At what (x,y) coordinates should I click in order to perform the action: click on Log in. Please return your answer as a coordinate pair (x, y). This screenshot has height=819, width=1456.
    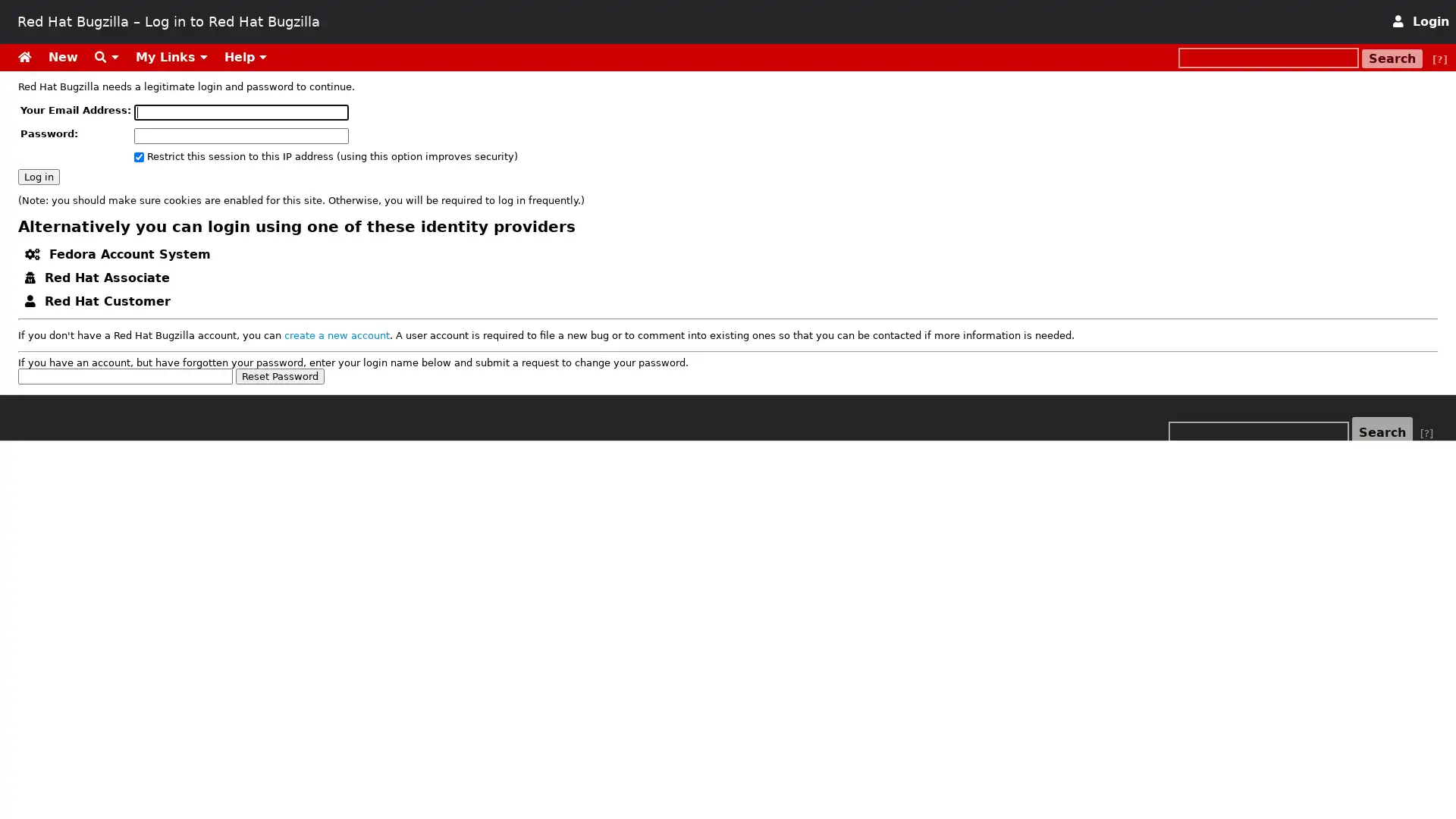
    Looking at the image, I should click on (39, 175).